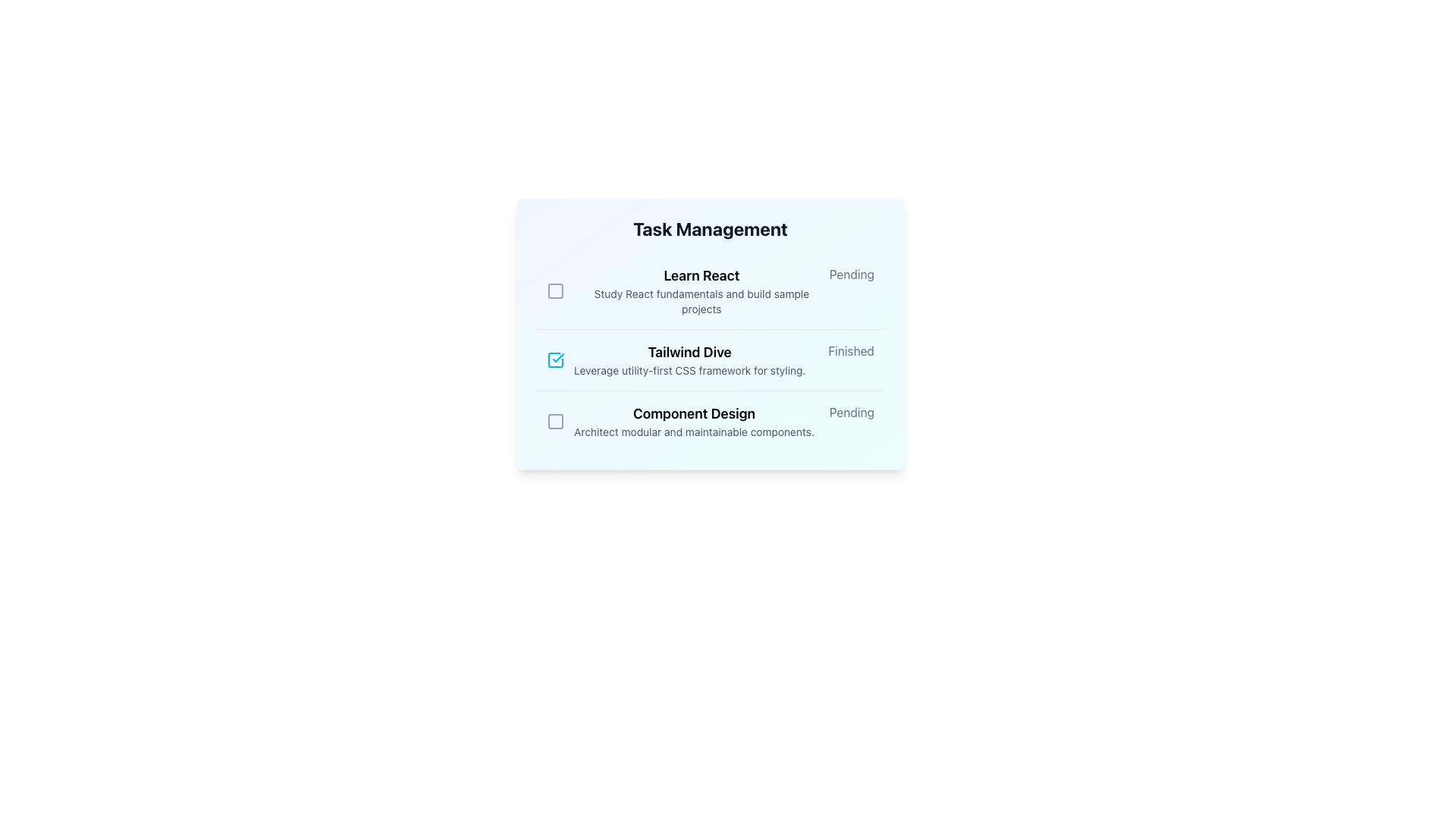  I want to click on the title text of the third listed item in the 'Task Management' card for reading, so click(693, 414).